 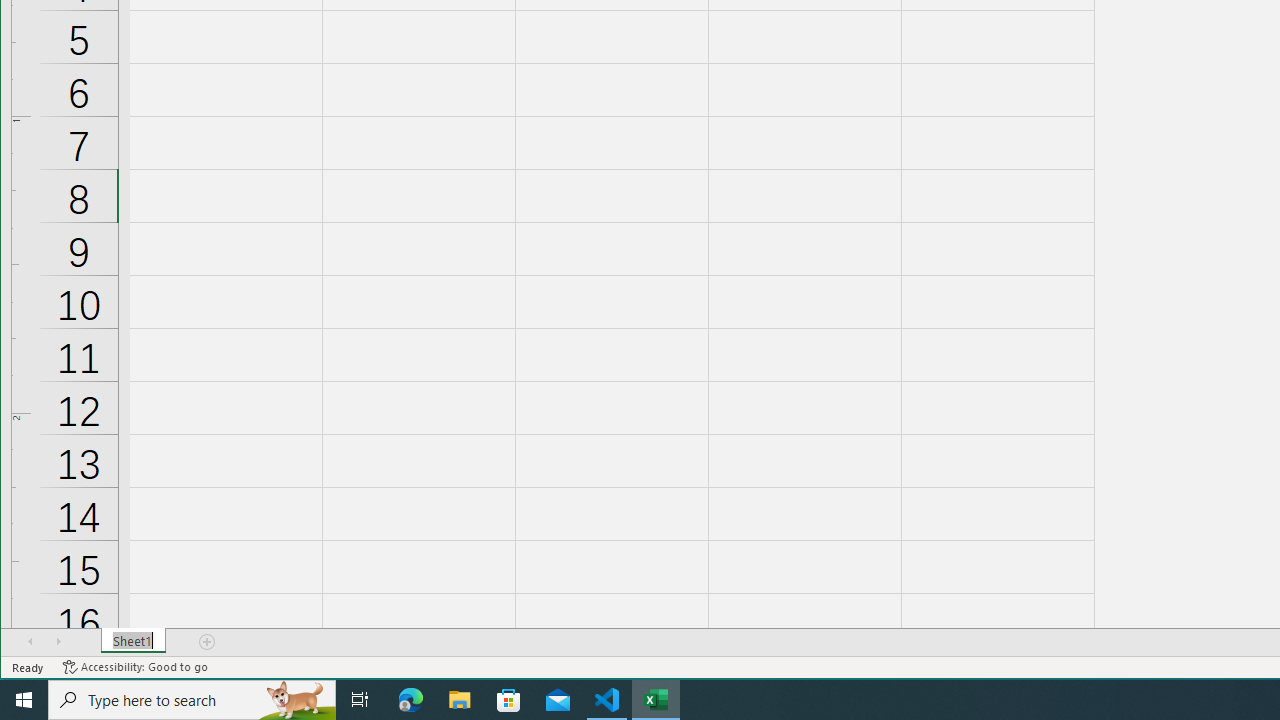 I want to click on 'Start', so click(x=24, y=698).